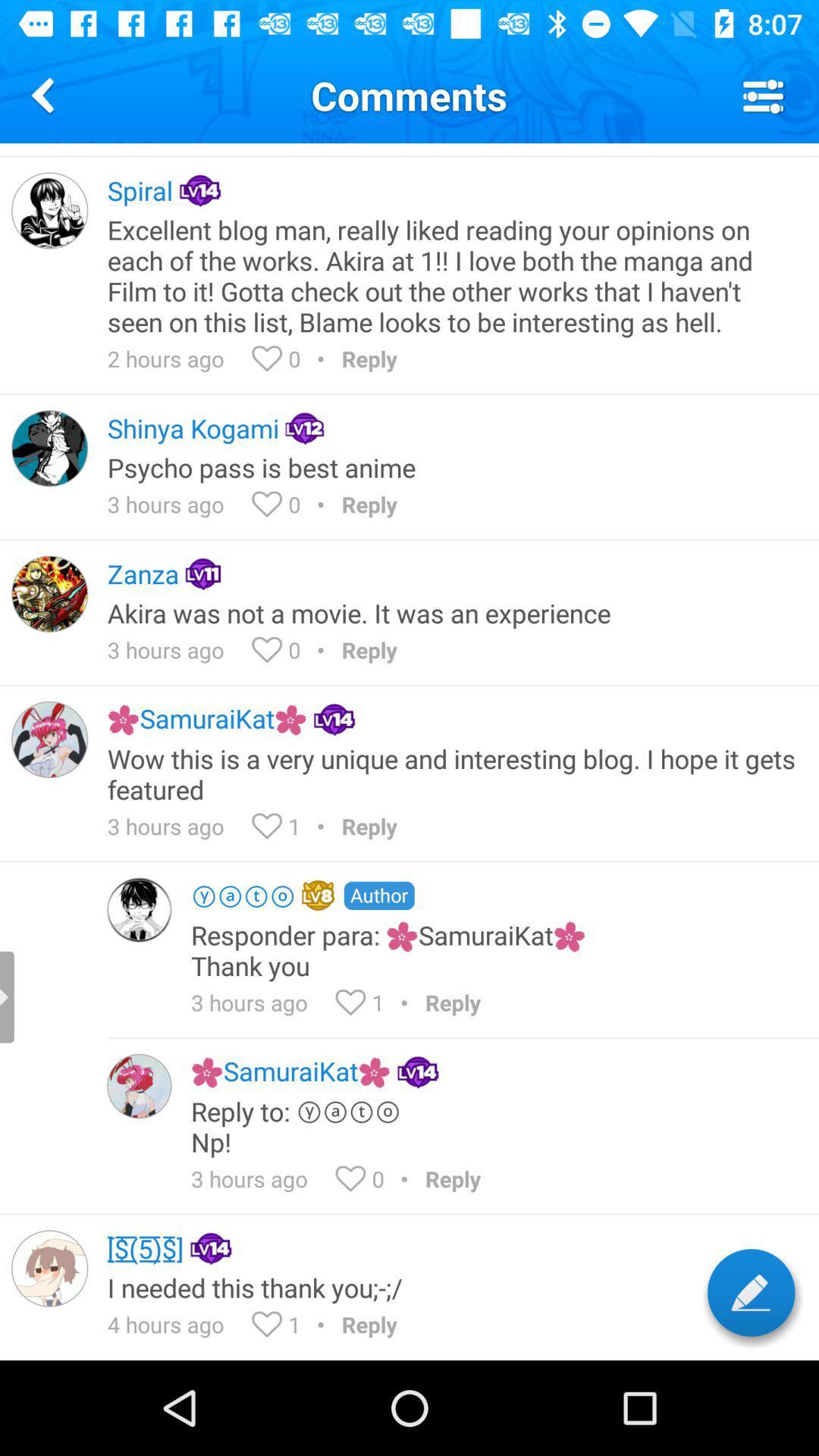 This screenshot has width=819, height=1456. I want to click on app above 2 hours ago icon, so click(452, 275).